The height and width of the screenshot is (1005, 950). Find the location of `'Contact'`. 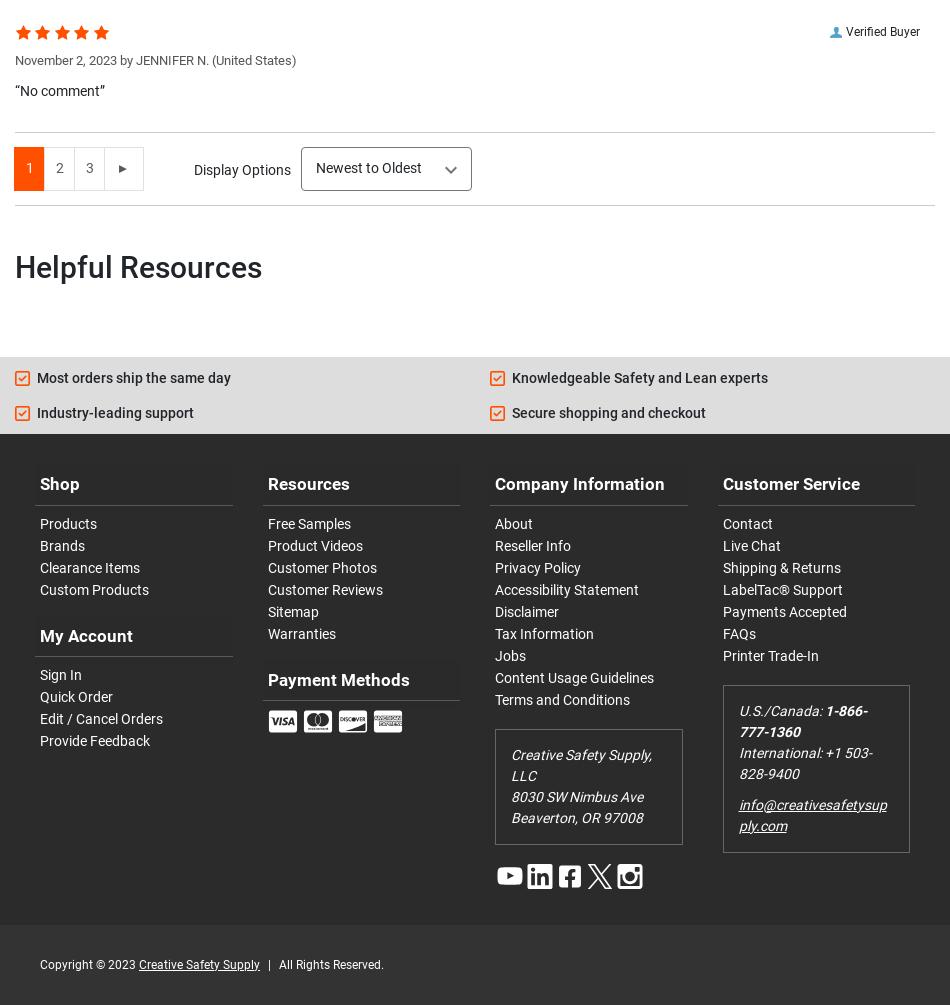

'Contact' is located at coordinates (745, 522).